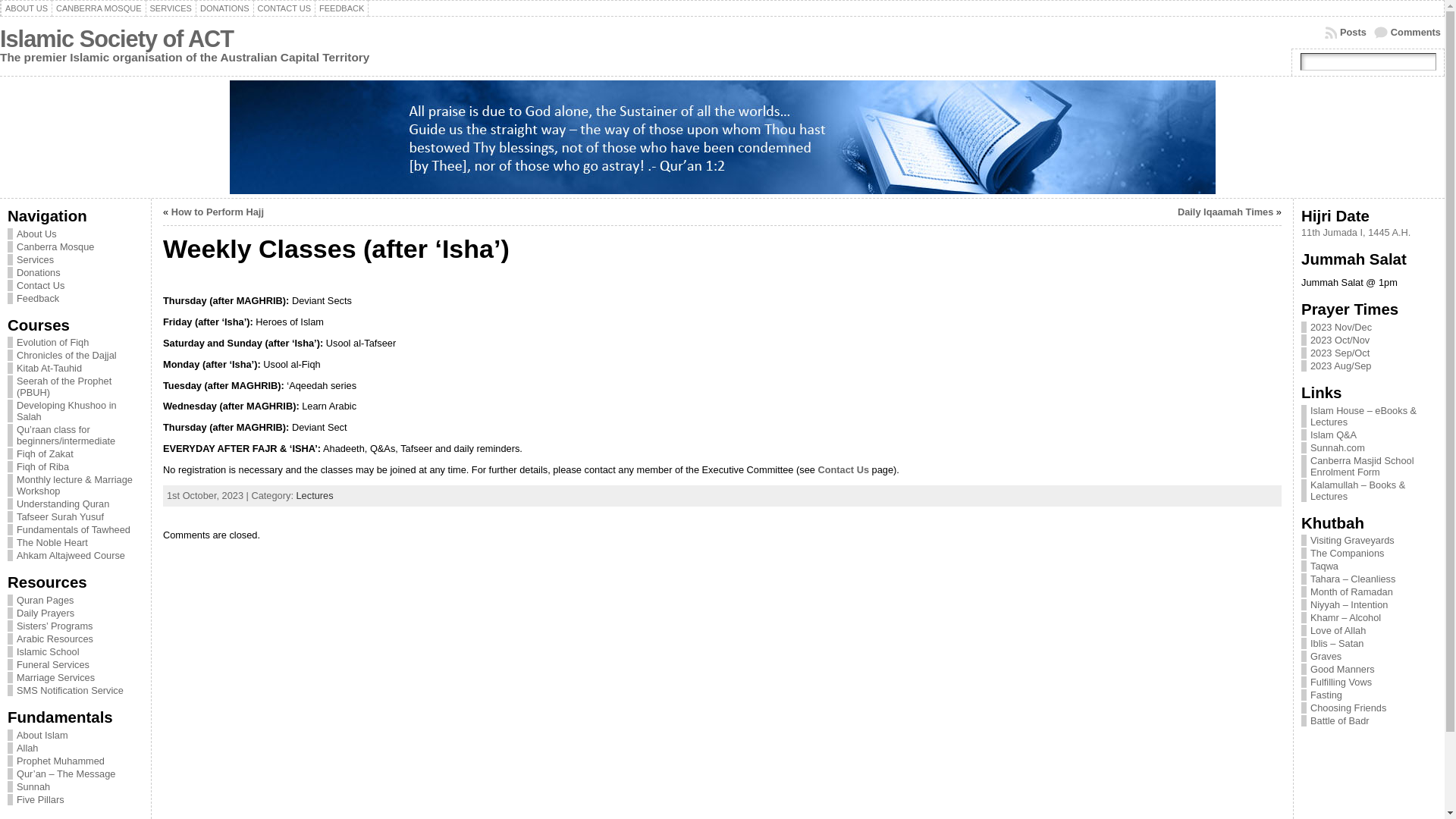  What do you see at coordinates (7, 734) in the screenshot?
I see `'About Islam'` at bounding box center [7, 734].